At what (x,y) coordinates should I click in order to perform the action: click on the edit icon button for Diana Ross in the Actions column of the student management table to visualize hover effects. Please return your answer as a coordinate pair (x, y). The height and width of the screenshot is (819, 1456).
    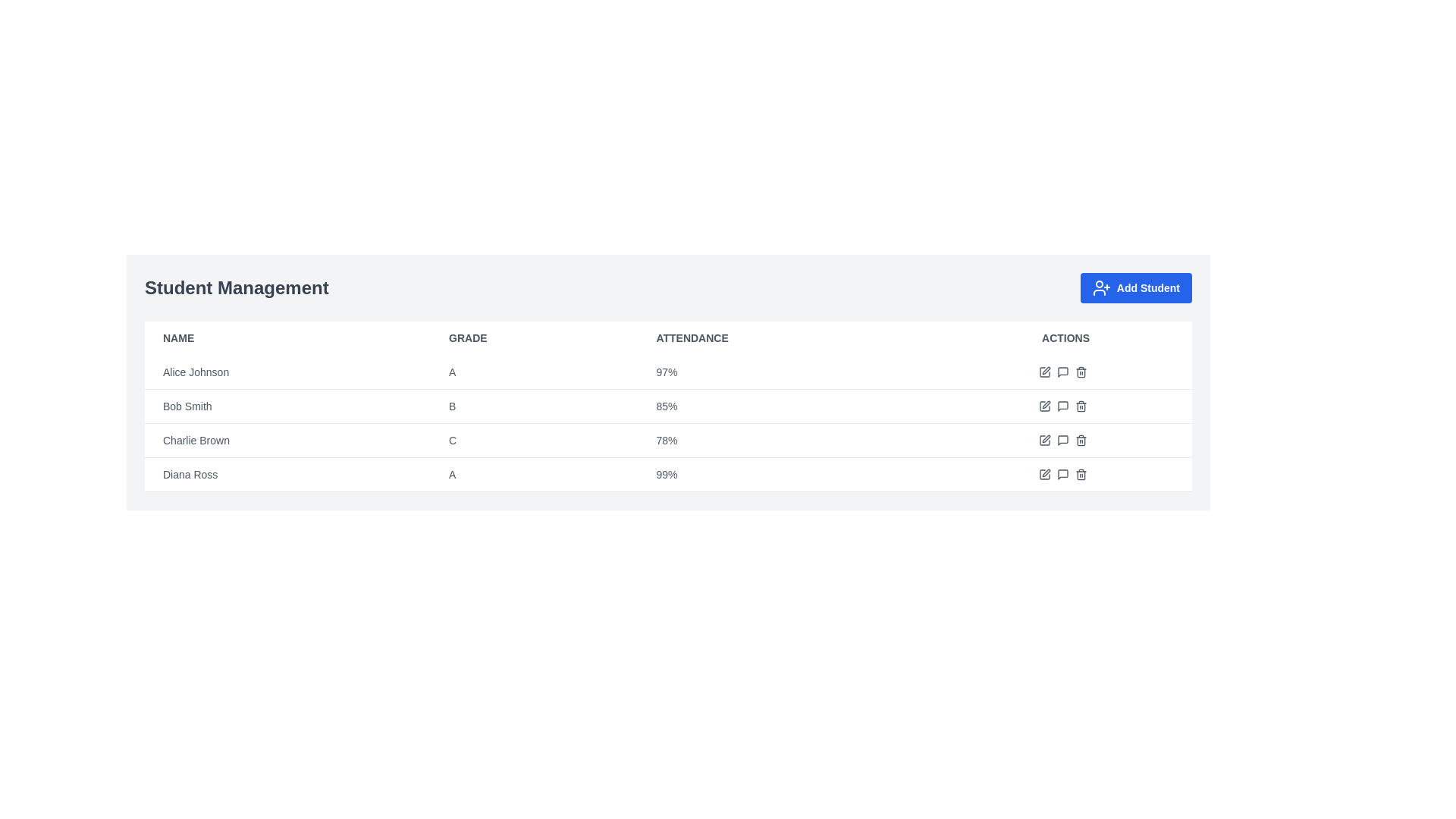
    Looking at the image, I should click on (1043, 473).